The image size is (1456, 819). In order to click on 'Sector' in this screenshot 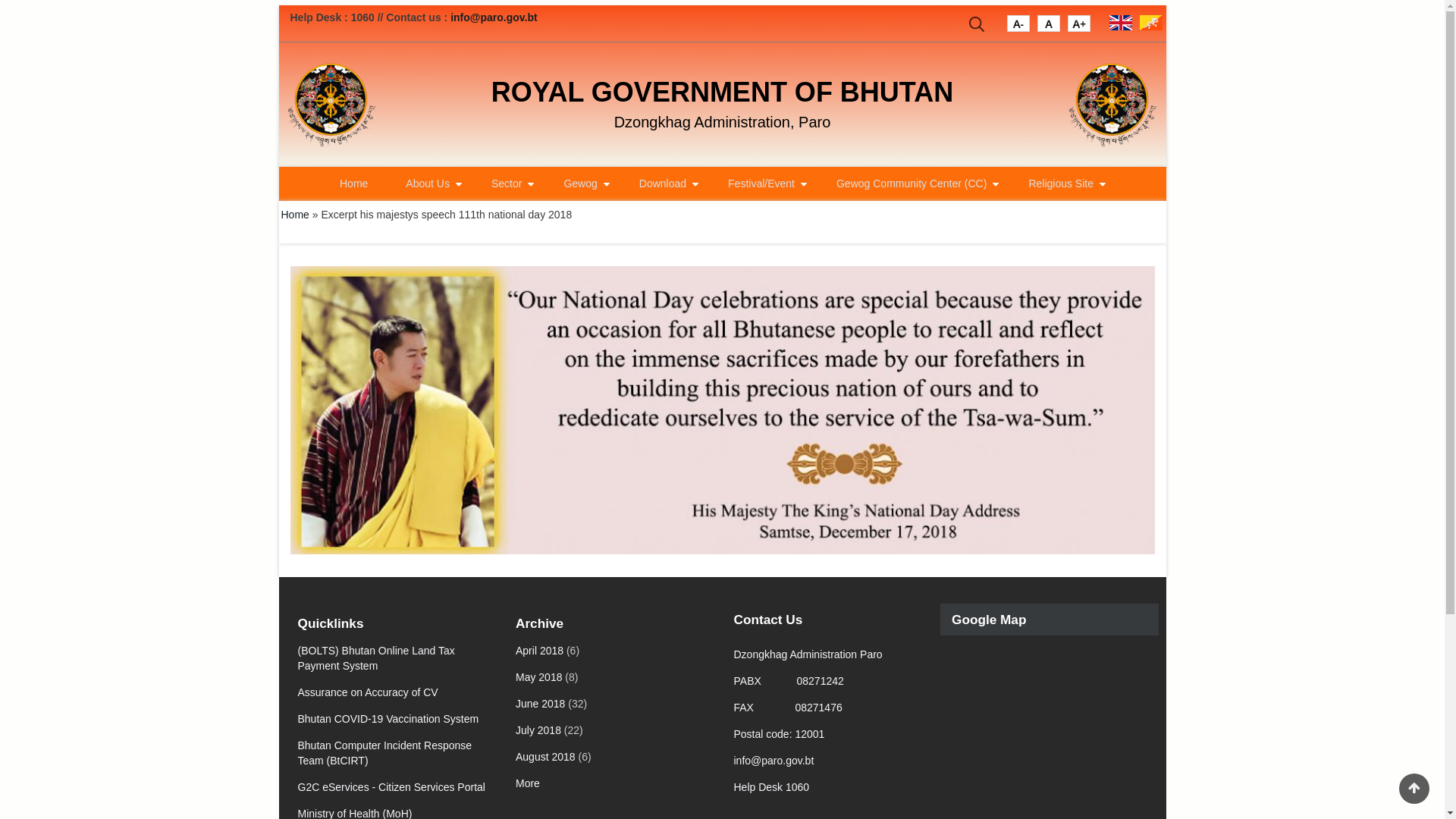, I will do `click(475, 183)`.